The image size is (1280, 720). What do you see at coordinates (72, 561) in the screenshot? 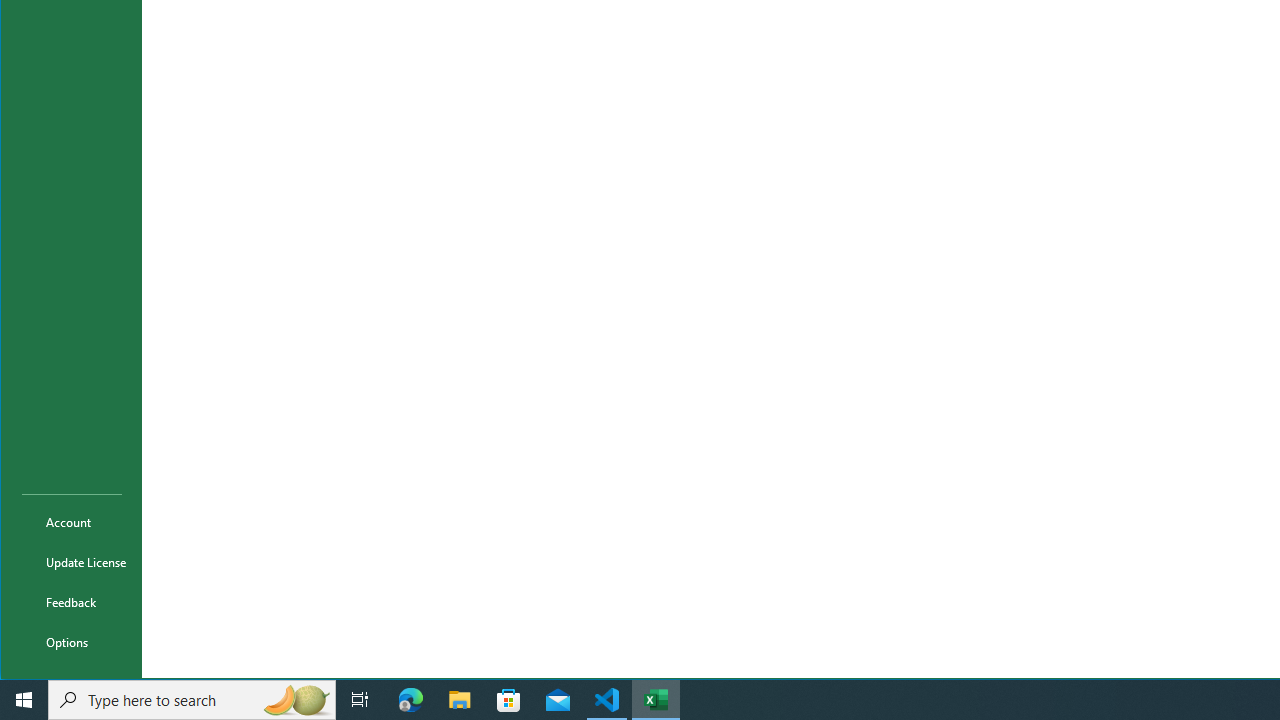
I see `'Update License'` at bounding box center [72, 561].